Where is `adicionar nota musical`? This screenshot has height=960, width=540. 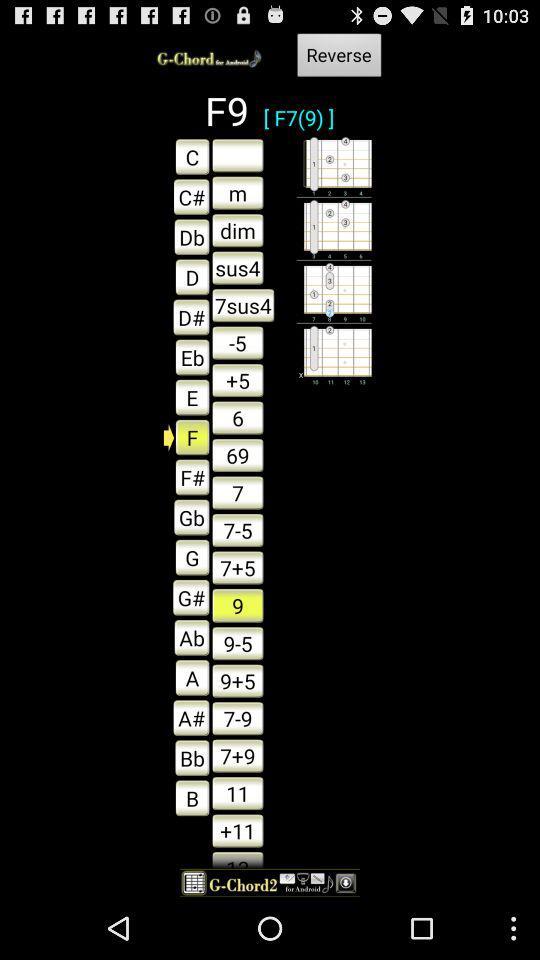
adicionar nota musical is located at coordinates (237, 154).